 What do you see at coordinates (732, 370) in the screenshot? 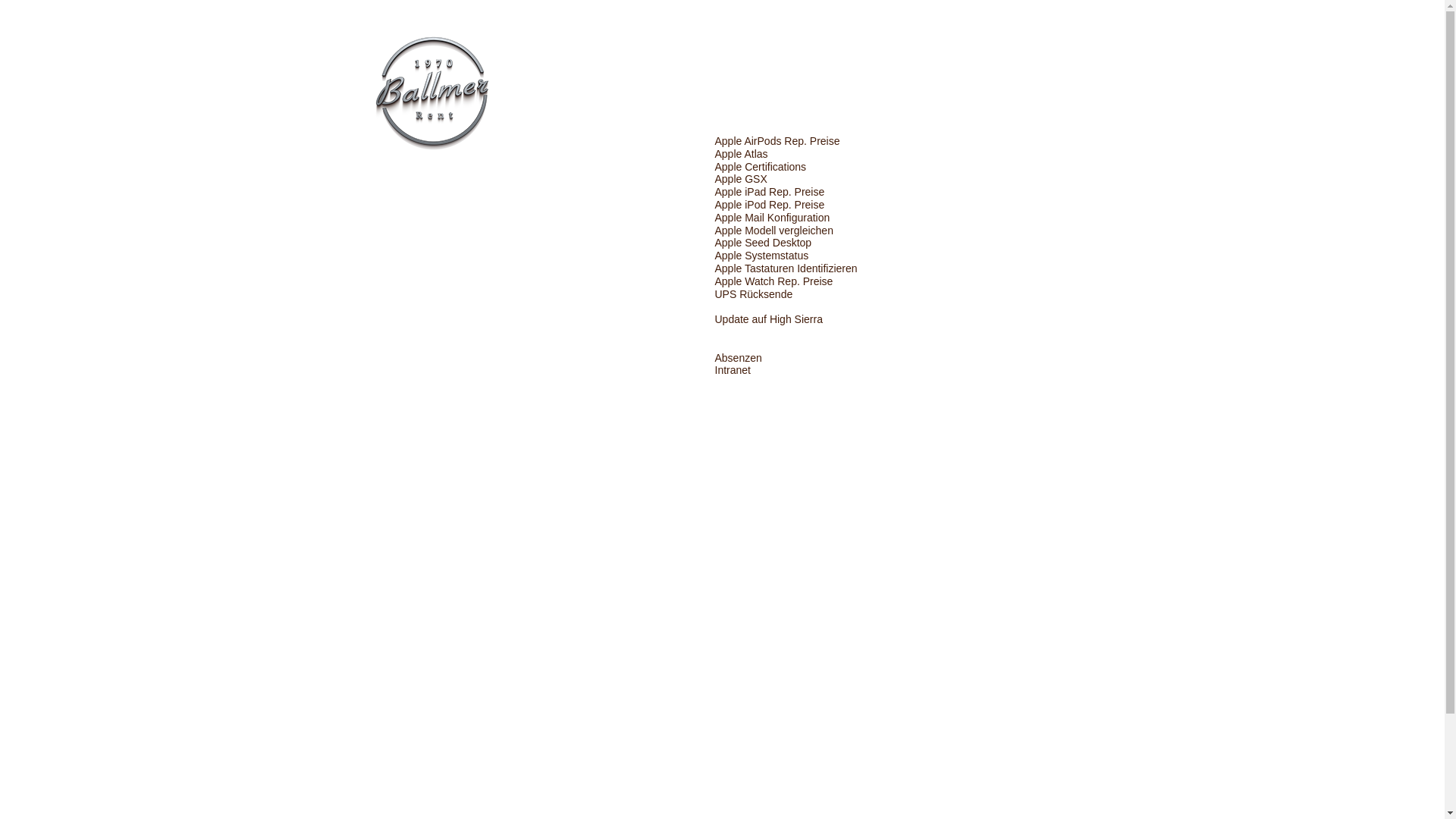
I see `'Intranet'` at bounding box center [732, 370].